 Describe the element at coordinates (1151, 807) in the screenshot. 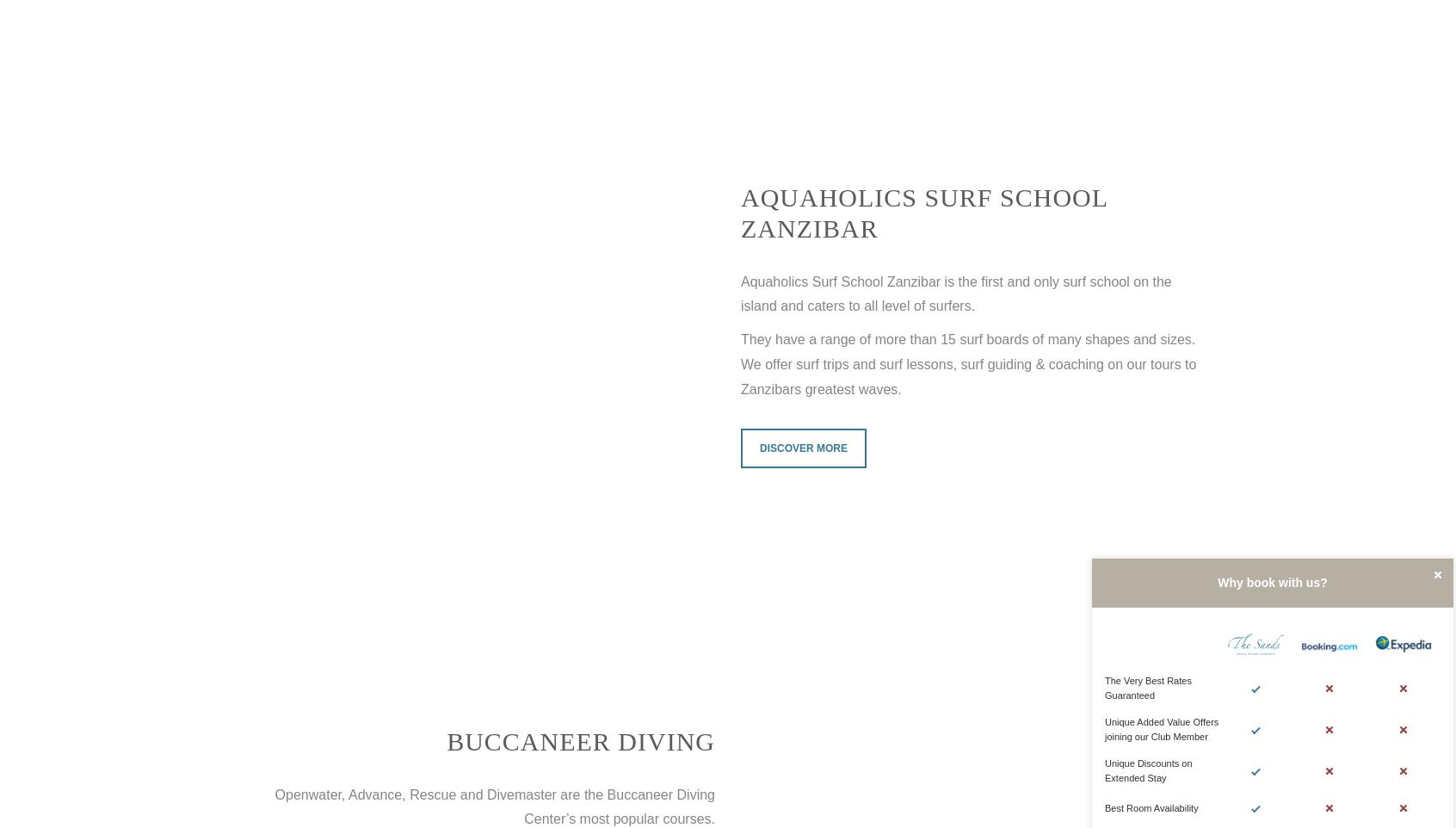

I see `'Best Room Availability'` at that location.